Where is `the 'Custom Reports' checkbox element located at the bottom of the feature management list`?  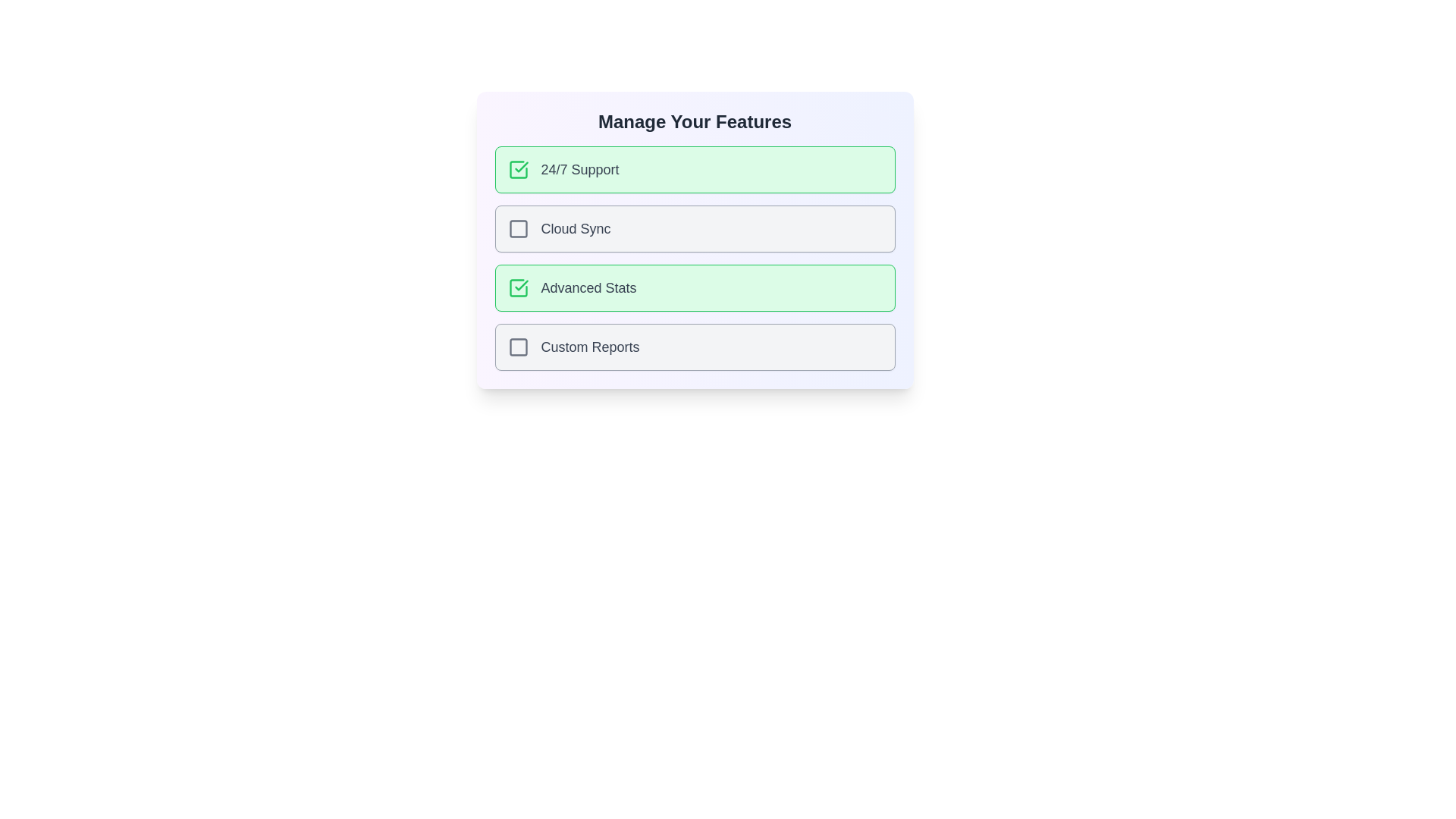 the 'Custom Reports' checkbox element located at the bottom of the feature management list is located at coordinates (694, 347).